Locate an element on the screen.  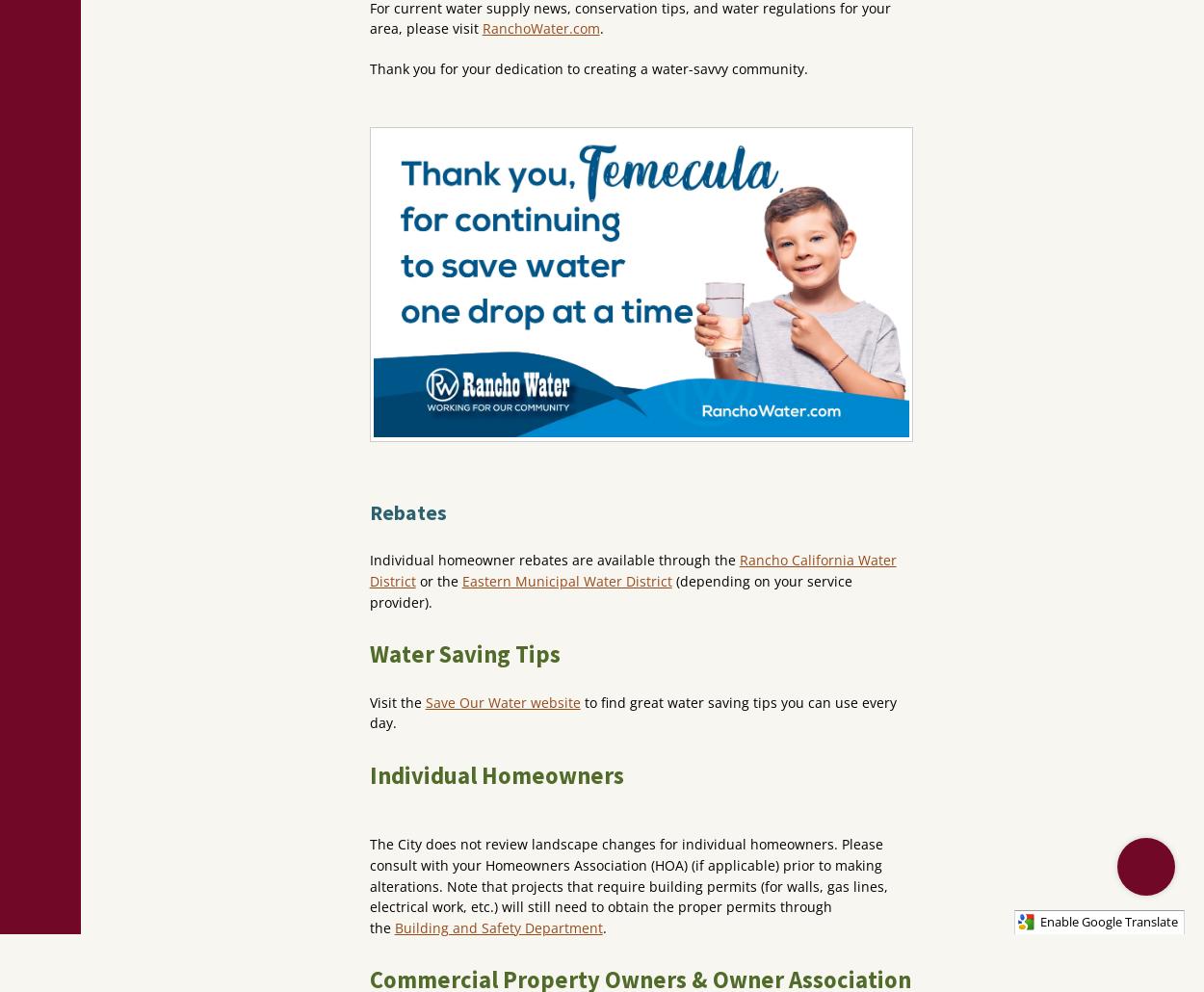
'The City does not review landscape changes for individual homeowners. Please consult with your Homeowners Association (HOA) (if applicable) prior to making alterations. Note that projects that require building permits (for walls, gas lines, electrical work, etc.) will still need to obtain the proper permits through the' is located at coordinates (627, 885).